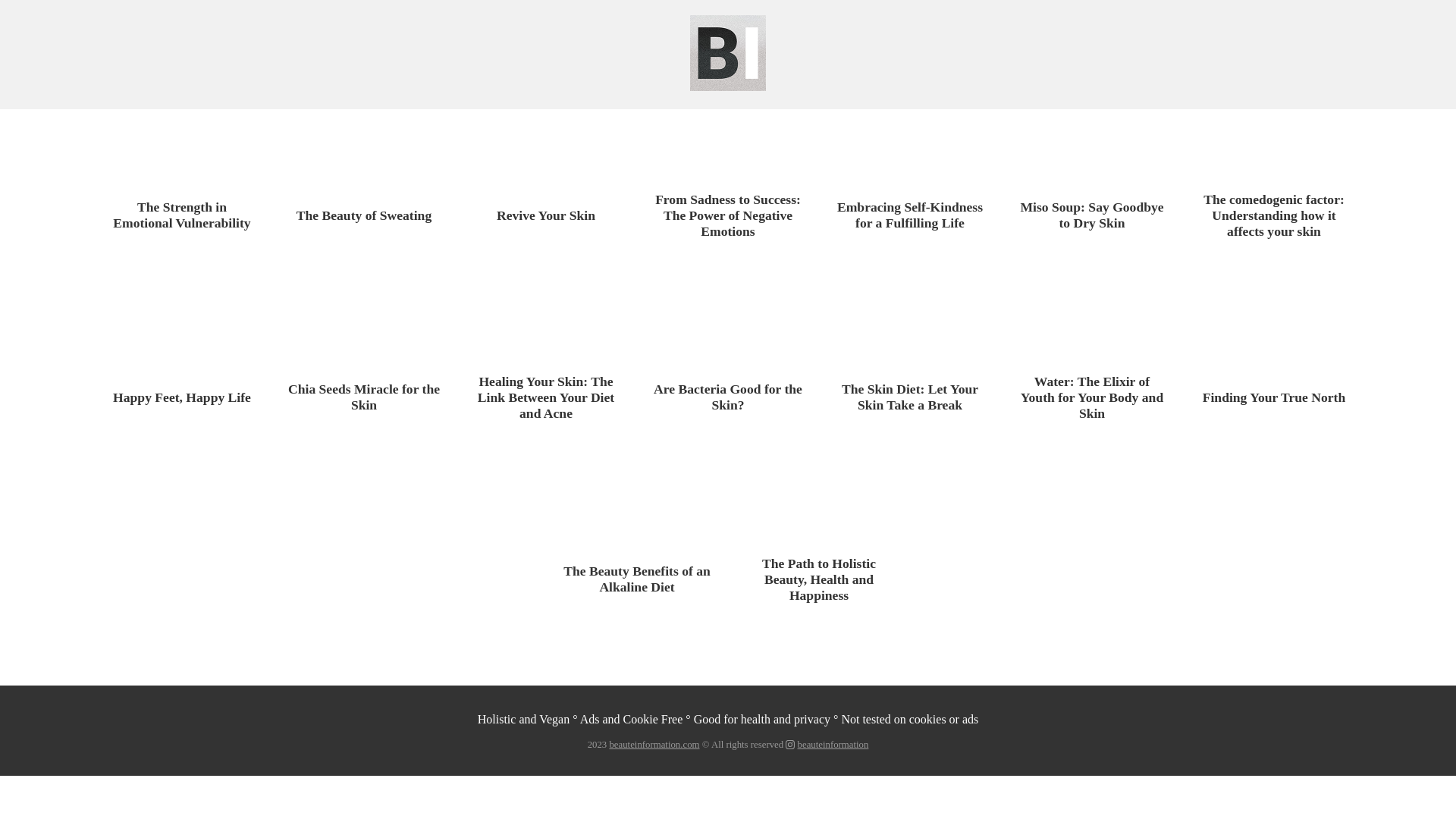 Image resolution: width=1456 pixels, height=819 pixels. I want to click on 'Miso Soup: Say Goodbye to Dry Skin', so click(1092, 215).